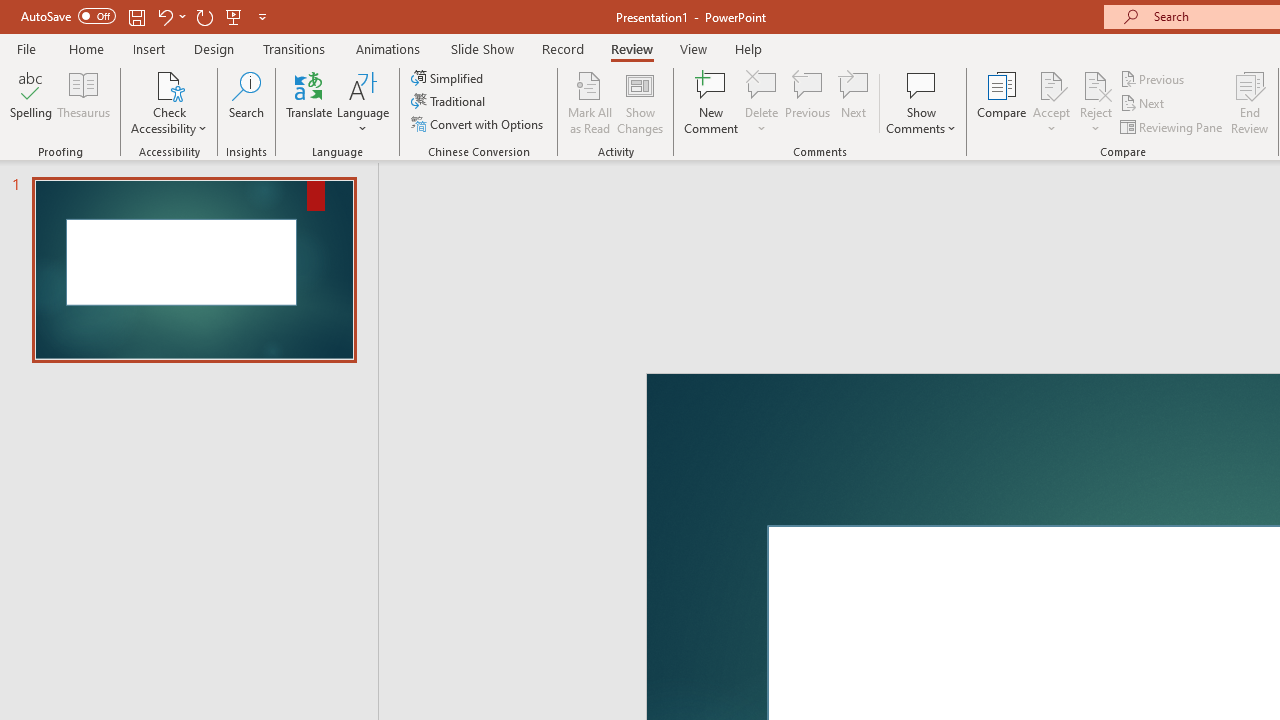  What do you see at coordinates (148, 48) in the screenshot?
I see `'Insert'` at bounding box center [148, 48].